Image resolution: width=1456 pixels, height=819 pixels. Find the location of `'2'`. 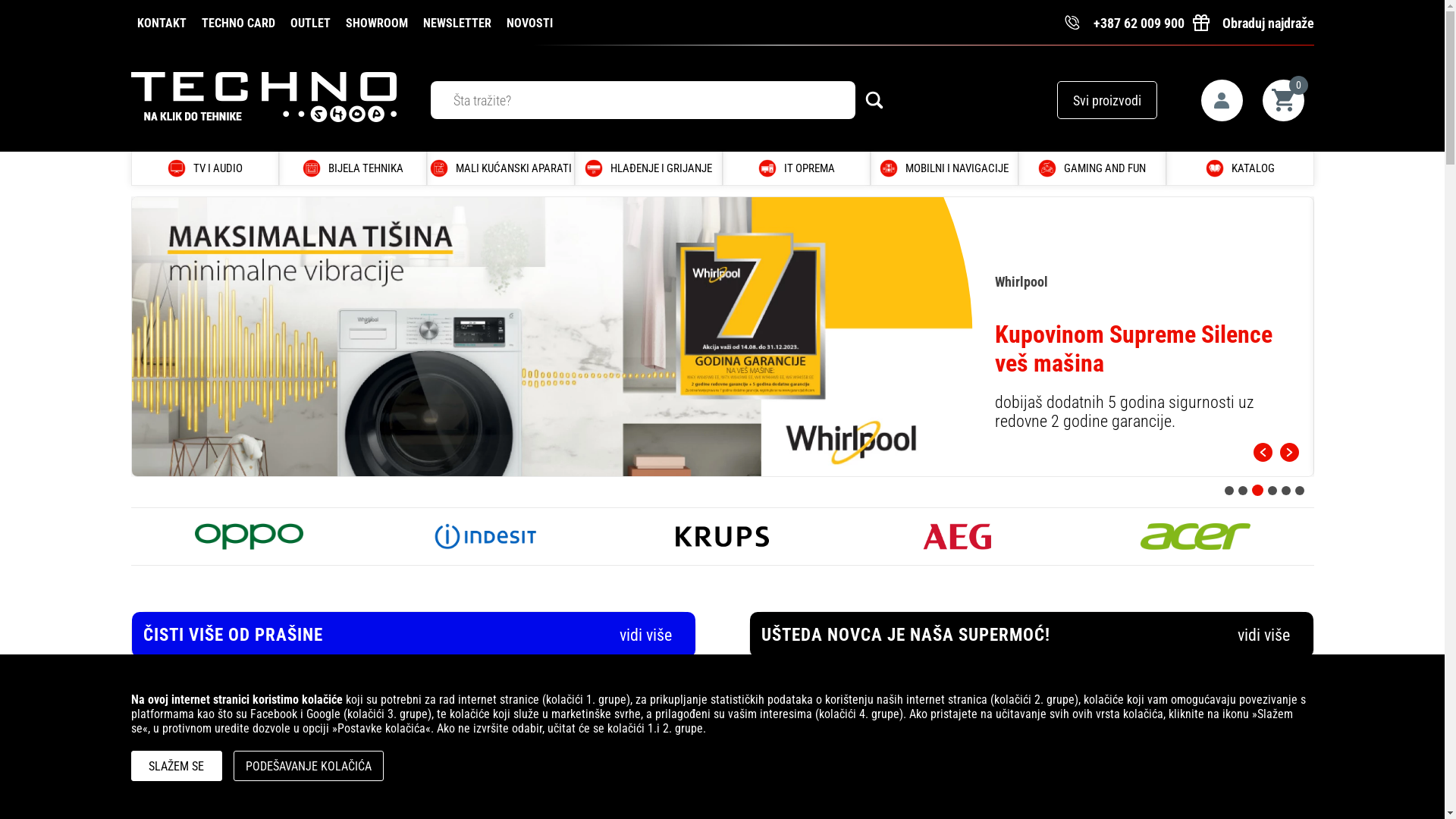

'2' is located at coordinates (1243, 490).